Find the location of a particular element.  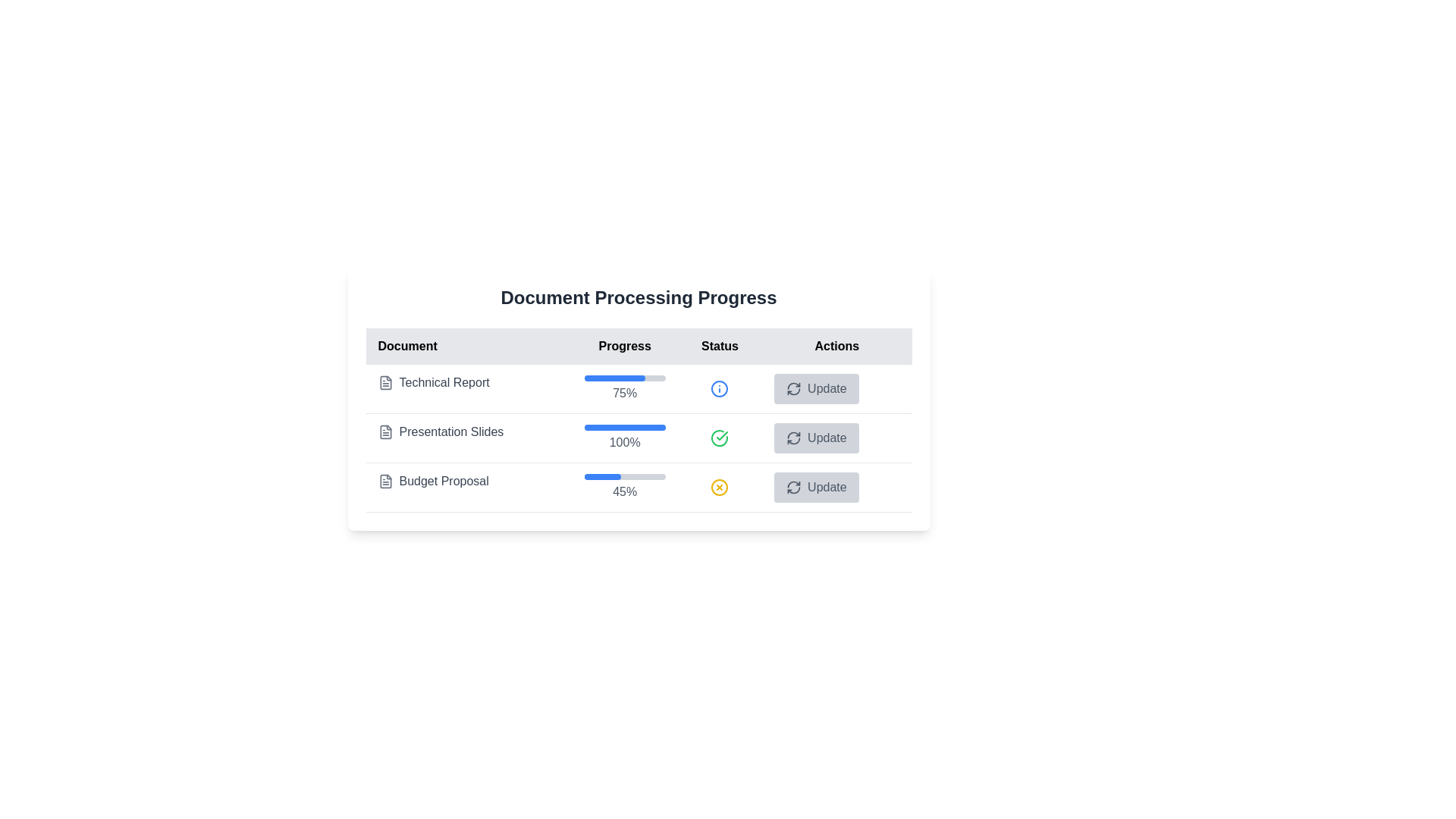

the blue circular Informative Icon with an information symbol located in the 'Status' column of the 'Technical Report' row is located at coordinates (719, 388).